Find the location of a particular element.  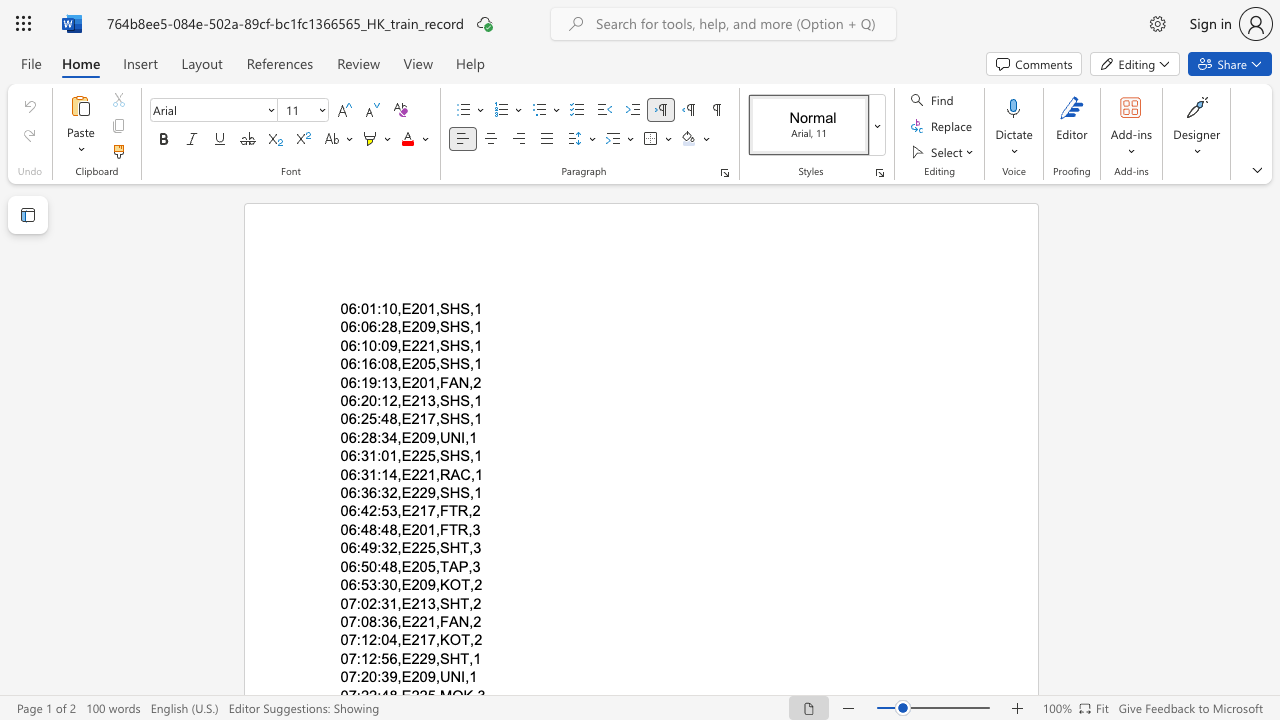

the subset text ",3" within the text "06:48:48,E201,FTR,3" is located at coordinates (467, 528).